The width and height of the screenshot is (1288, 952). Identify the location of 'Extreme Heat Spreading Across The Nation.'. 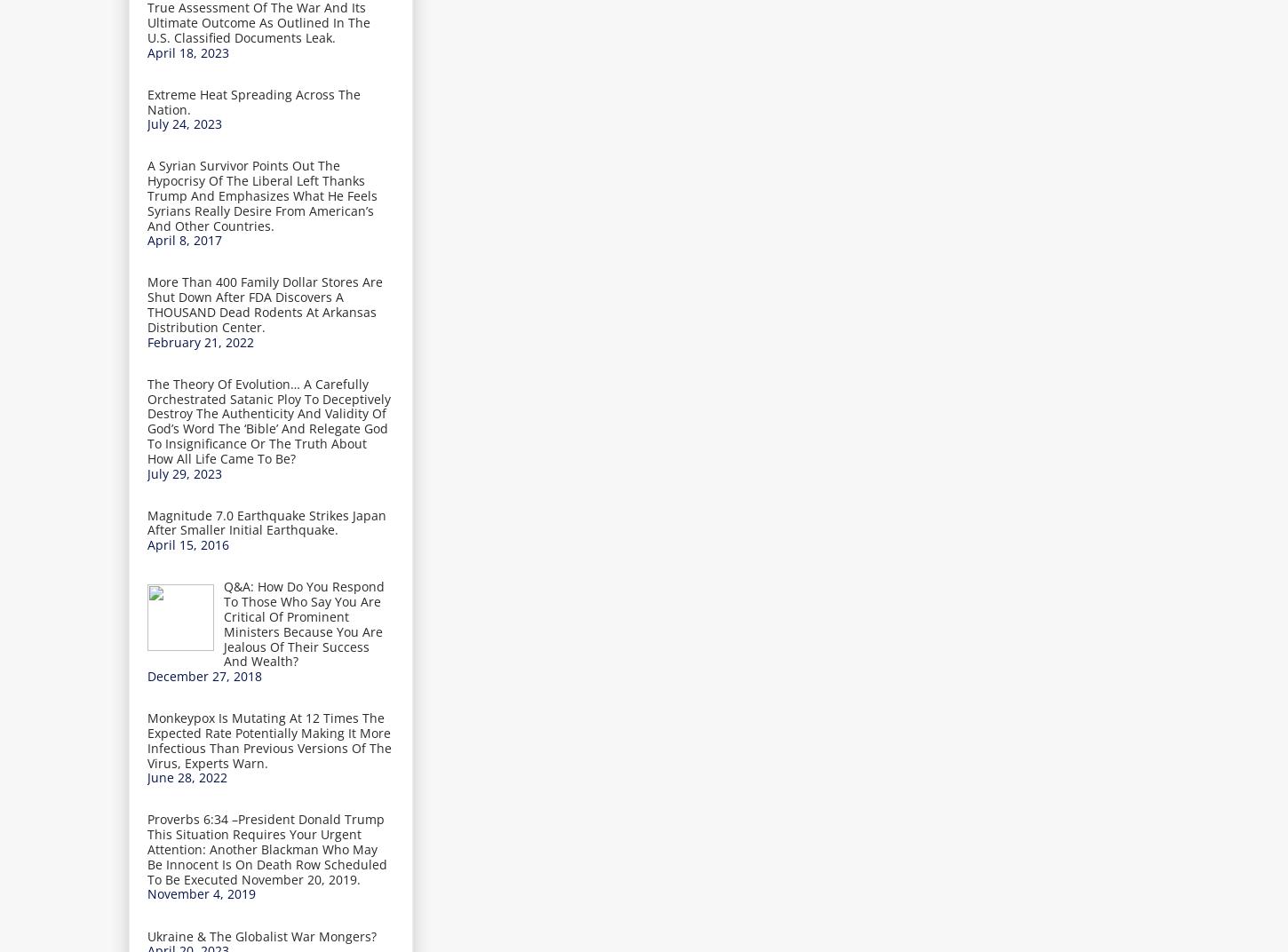
(147, 100).